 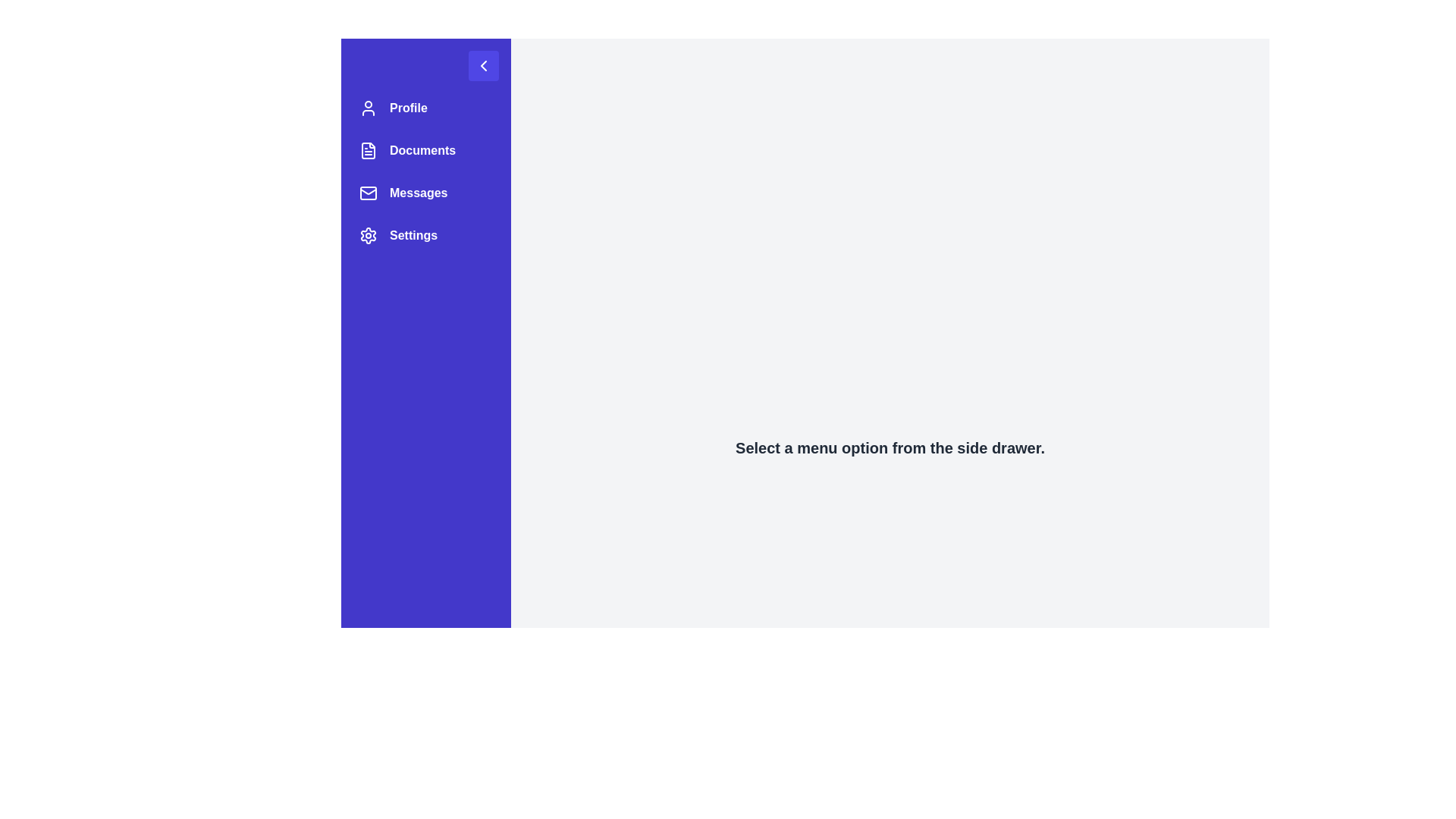 I want to click on the second item in the left navigation bar, so click(x=425, y=151).